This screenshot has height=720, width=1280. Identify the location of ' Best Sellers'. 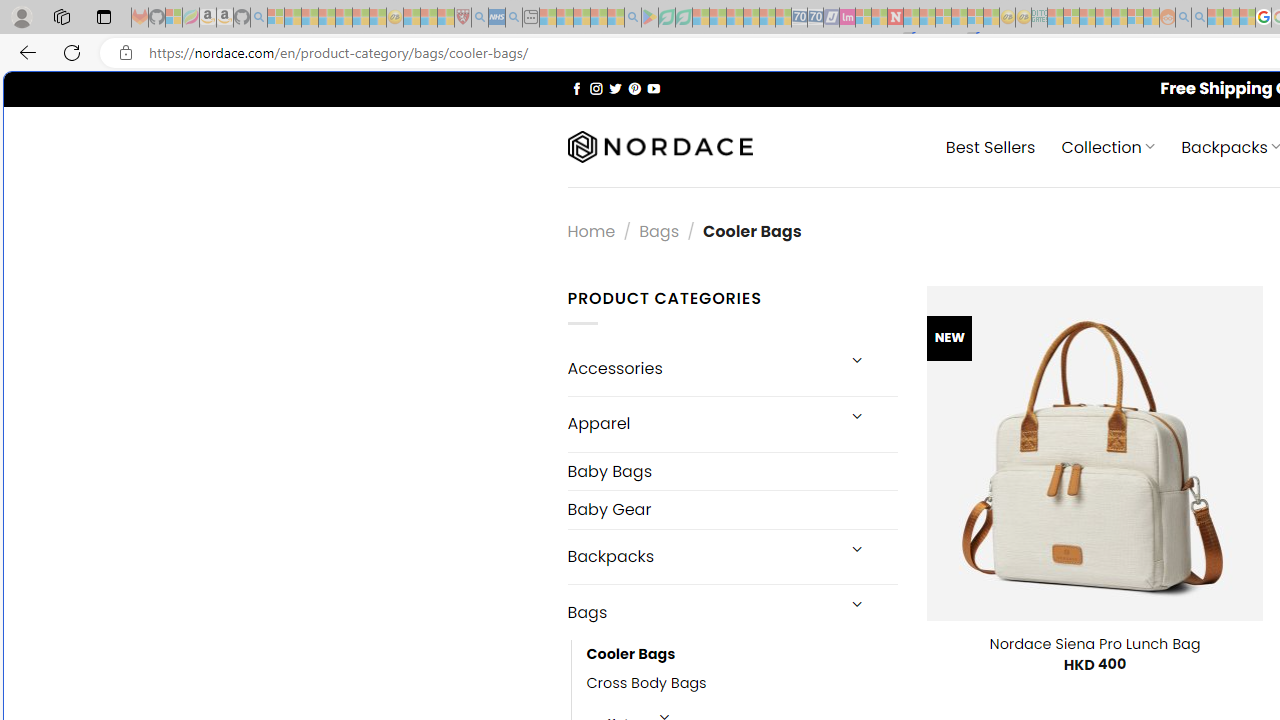
(990, 145).